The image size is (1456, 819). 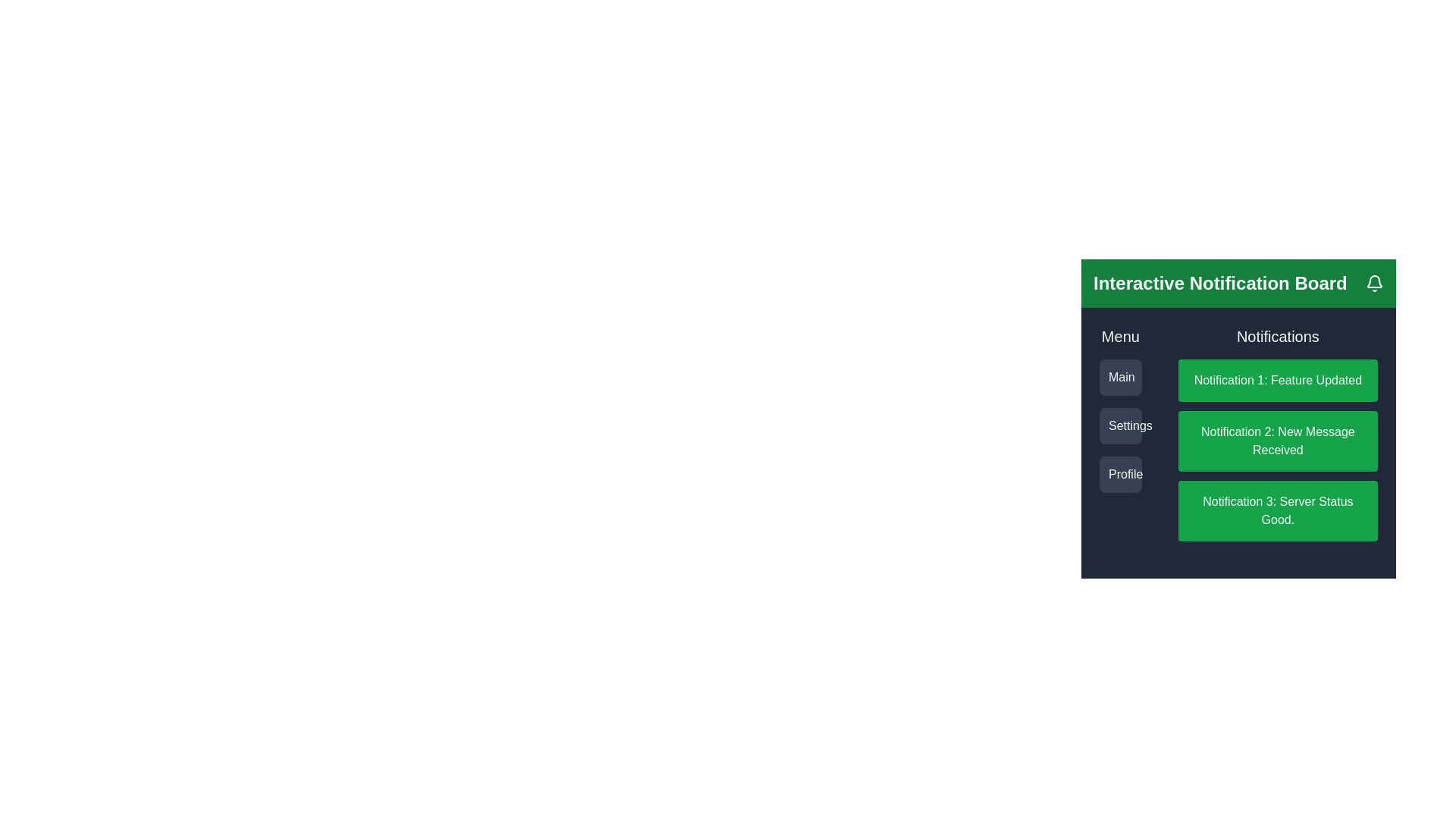 I want to click on the 'Menu' static text label, which is displayed in white with a larger font size at the top left section of a sidebar with a dark gray background, so click(x=1120, y=335).